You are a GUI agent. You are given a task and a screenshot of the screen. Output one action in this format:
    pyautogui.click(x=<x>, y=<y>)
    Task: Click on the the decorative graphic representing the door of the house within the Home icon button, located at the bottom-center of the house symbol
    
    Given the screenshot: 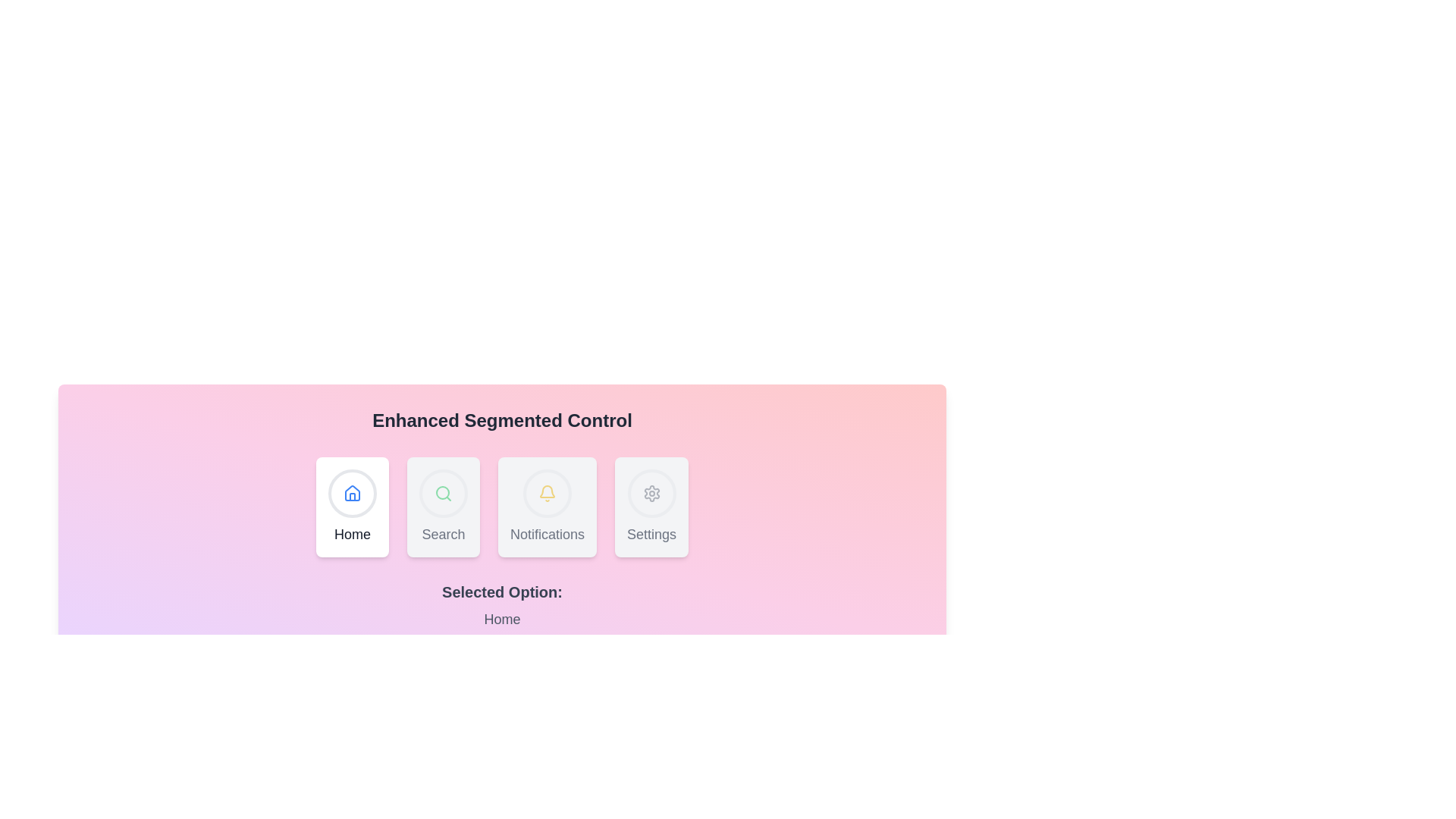 What is the action you would take?
    pyautogui.click(x=352, y=497)
    